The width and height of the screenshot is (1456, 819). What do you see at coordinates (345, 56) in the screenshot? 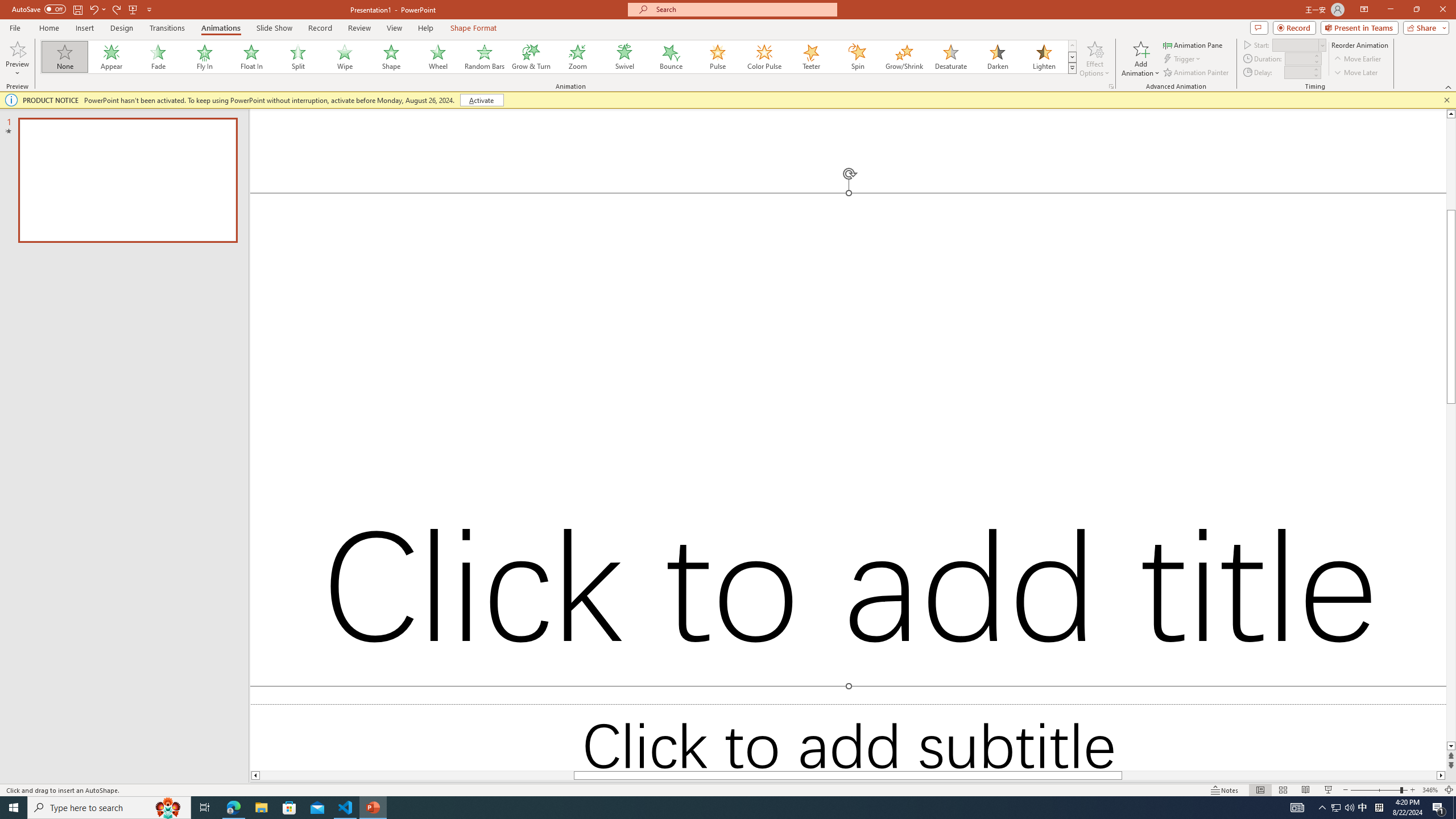
I see `'Wipe'` at bounding box center [345, 56].